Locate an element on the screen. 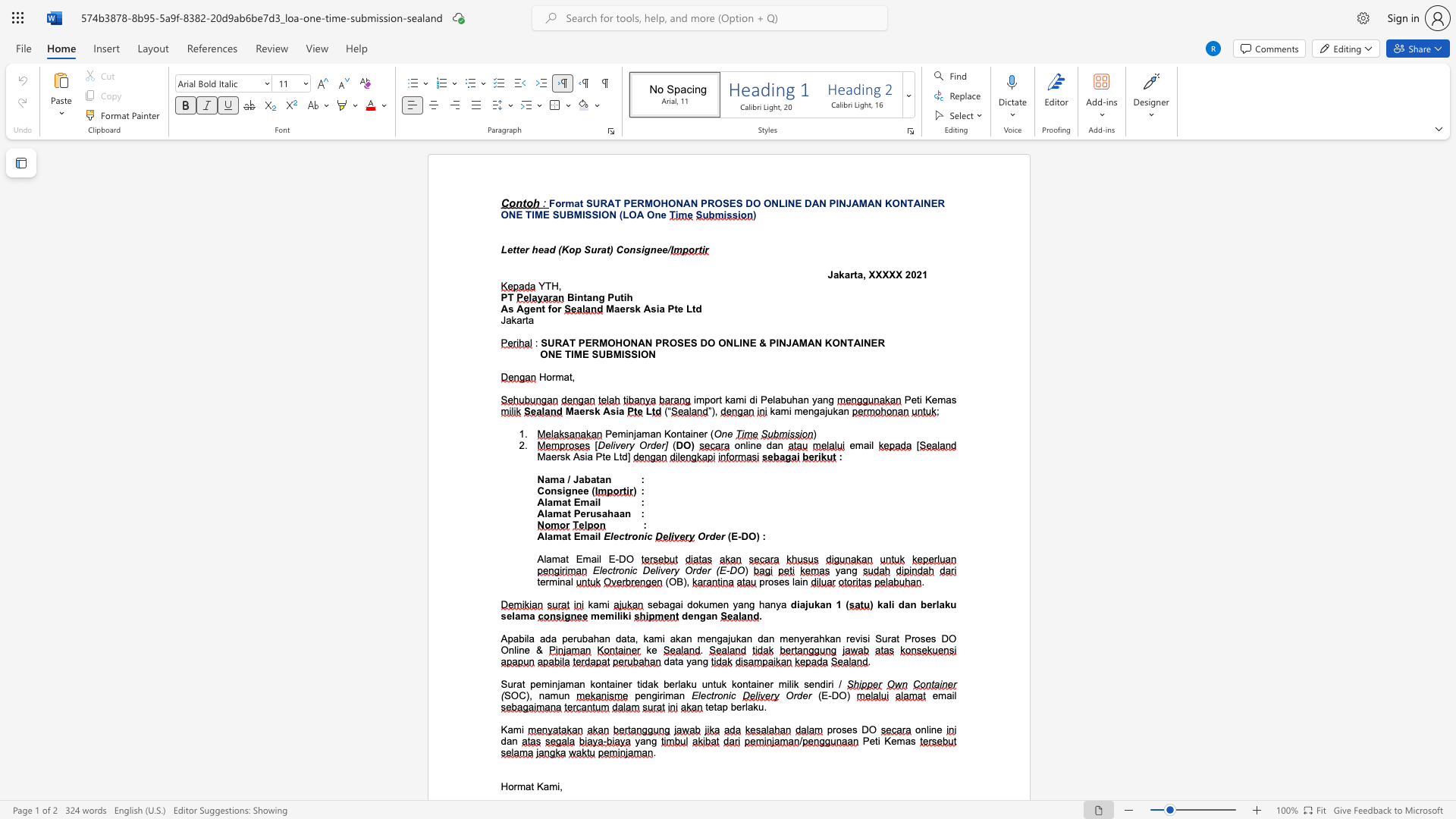 The width and height of the screenshot is (1456, 819). the subset text "mas" within the text "Peti Kemas" is located at coordinates (937, 399).